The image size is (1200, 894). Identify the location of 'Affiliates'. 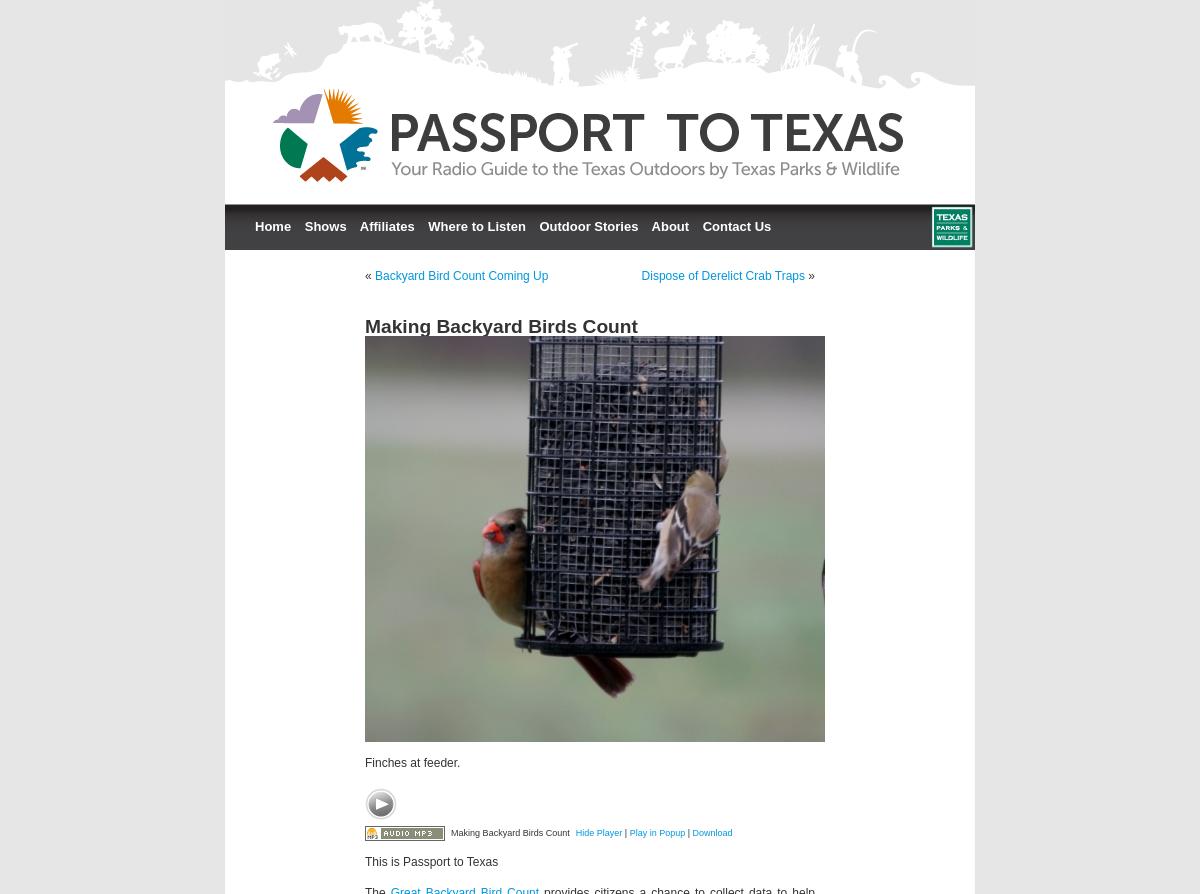
(386, 225).